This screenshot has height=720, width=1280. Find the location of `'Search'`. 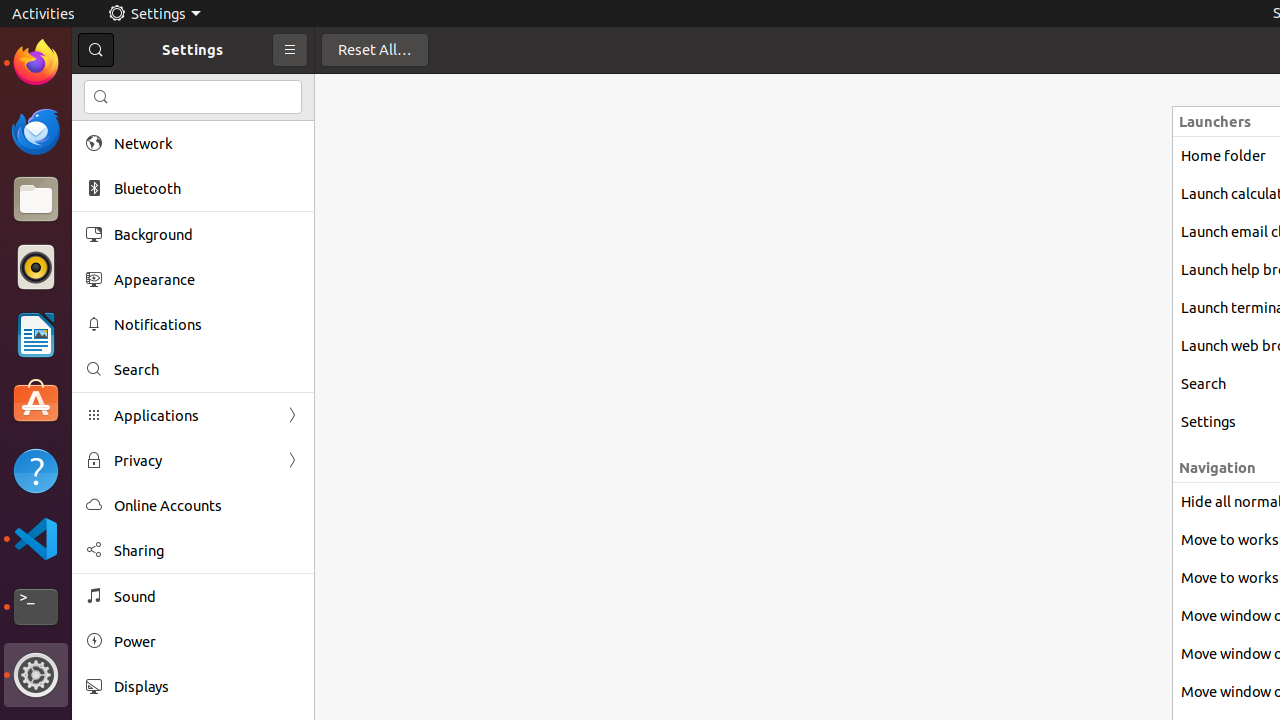

'Search' is located at coordinates (206, 369).